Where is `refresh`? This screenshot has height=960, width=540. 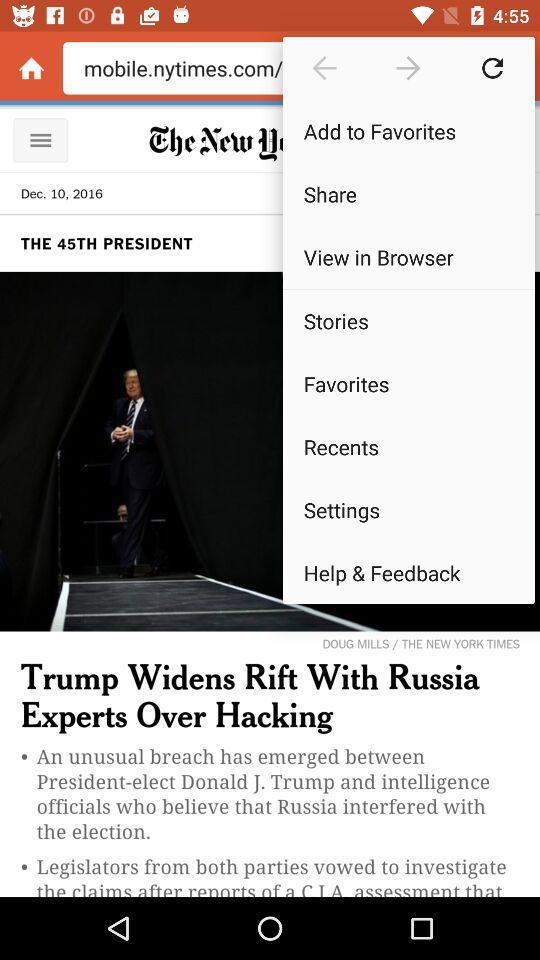 refresh is located at coordinates (491, 68).